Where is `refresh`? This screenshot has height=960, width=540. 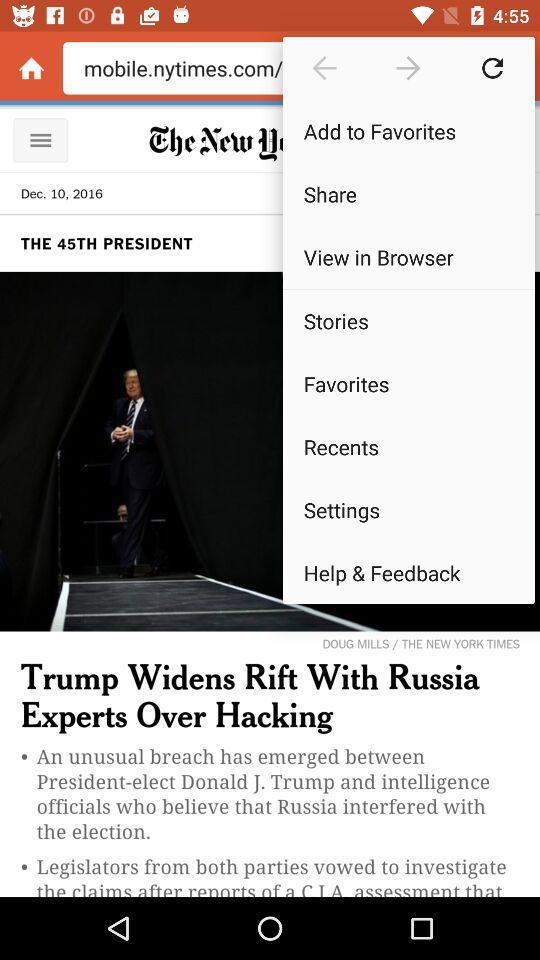 refresh is located at coordinates (491, 68).